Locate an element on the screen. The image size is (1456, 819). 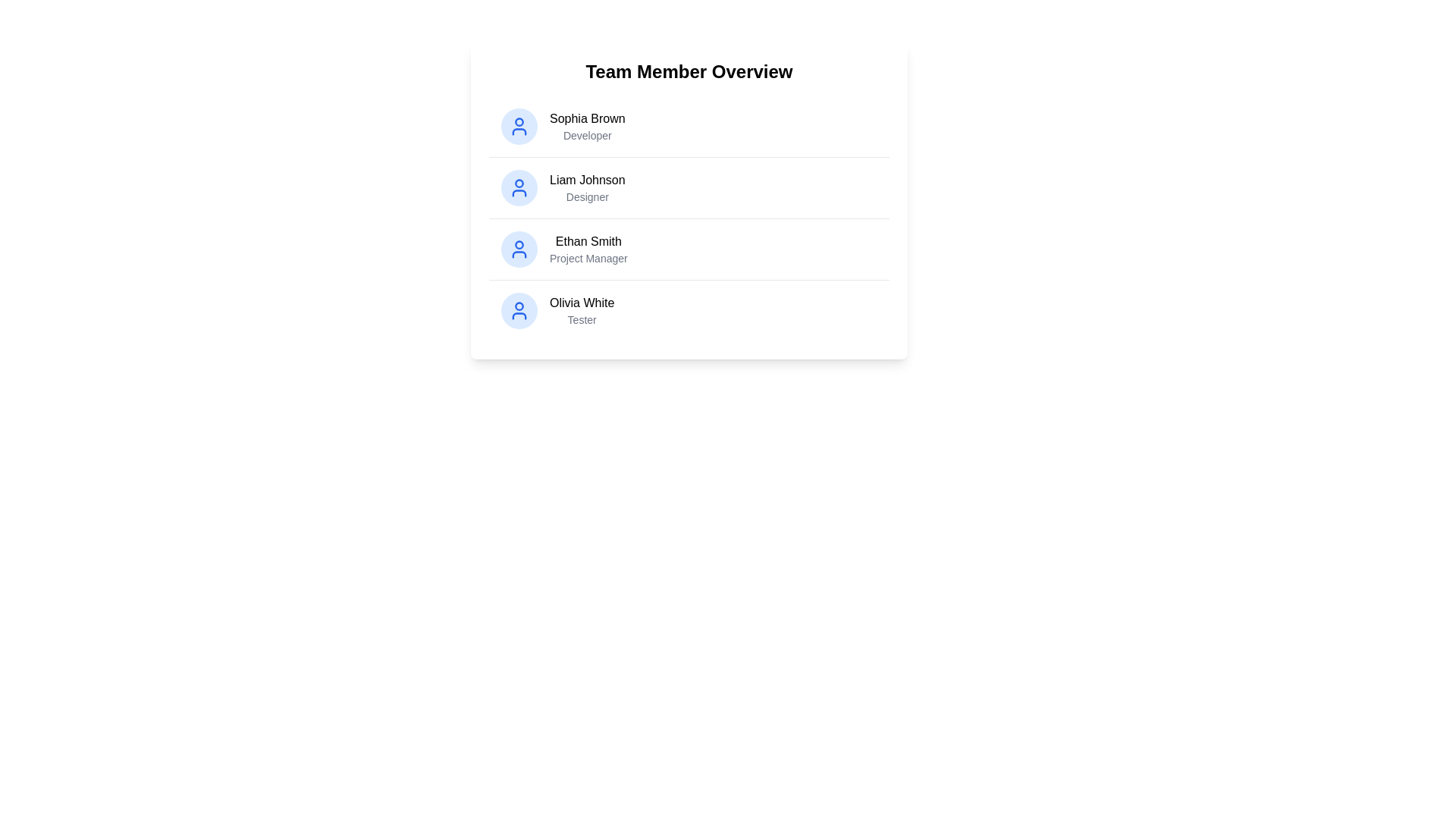
the list item representing the team member 'Ethan Smith', who is labeled as 'Project Manager', positioned in the 'Team Member Overview' section is located at coordinates (688, 248).